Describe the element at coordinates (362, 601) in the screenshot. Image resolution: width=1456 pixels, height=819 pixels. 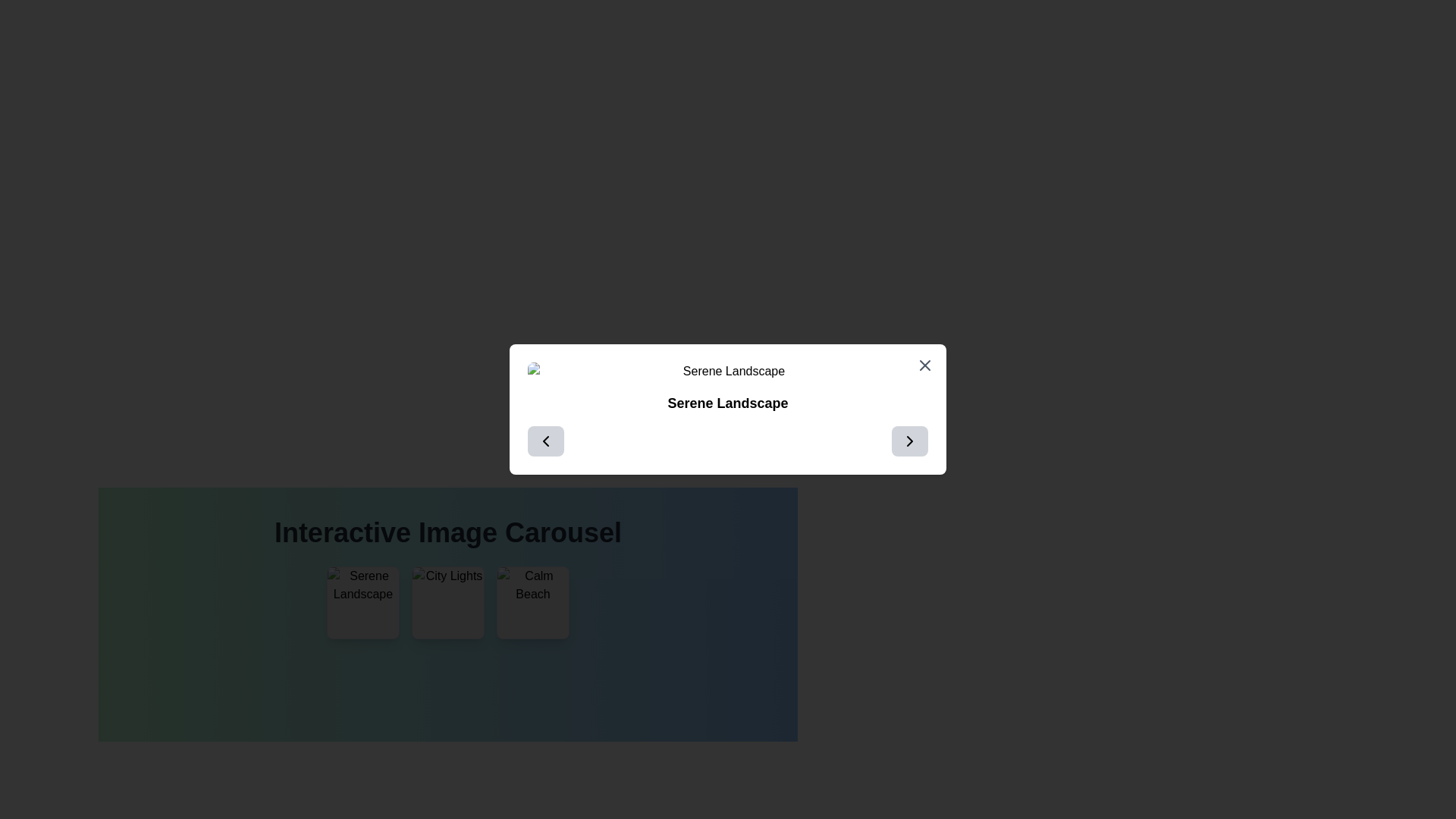
I see `the first clickable image thumbnail in the carousel` at that location.